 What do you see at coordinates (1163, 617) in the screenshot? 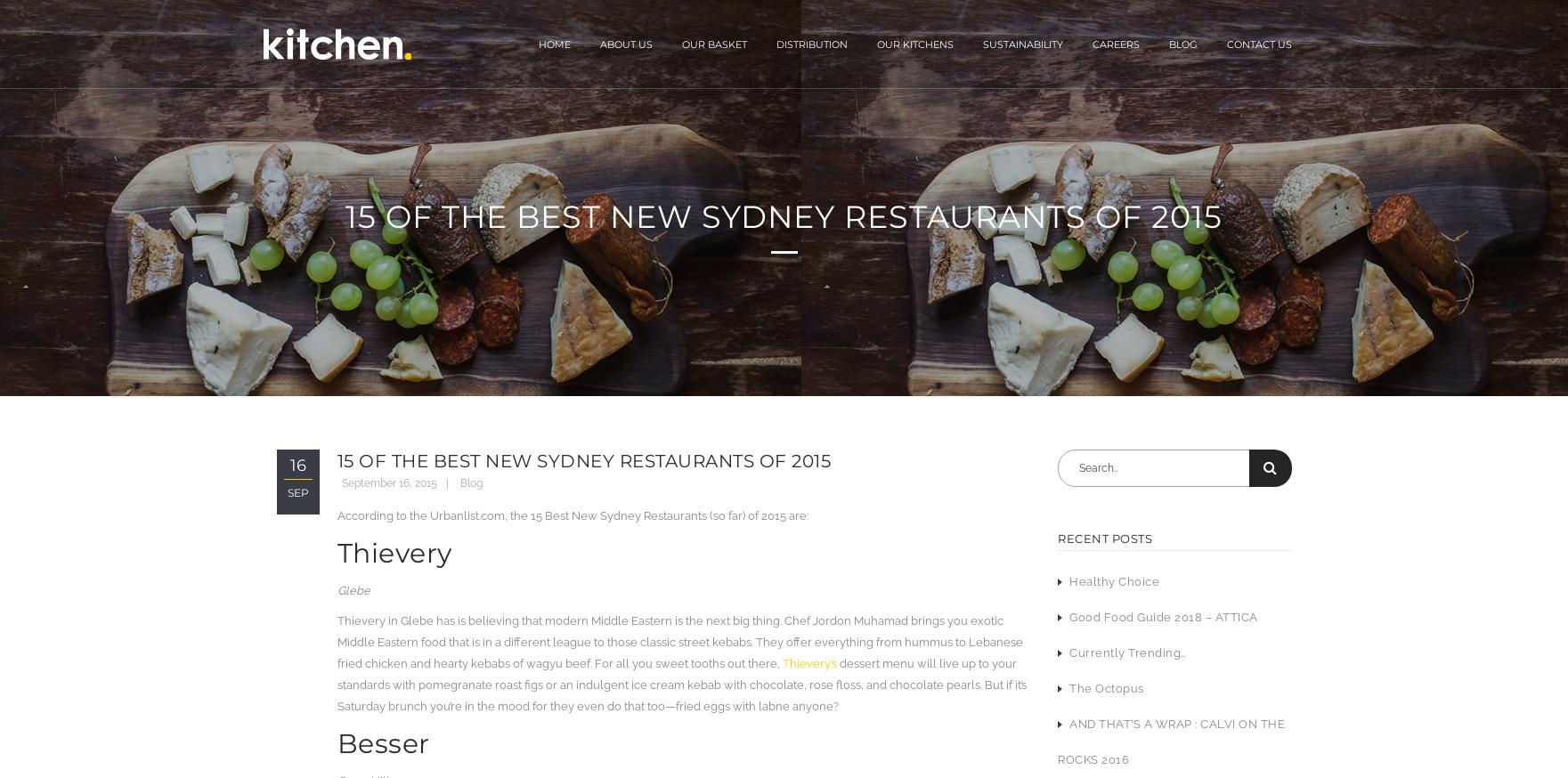
I see `'Good Food Guide 2018 – ATTICA'` at bounding box center [1163, 617].